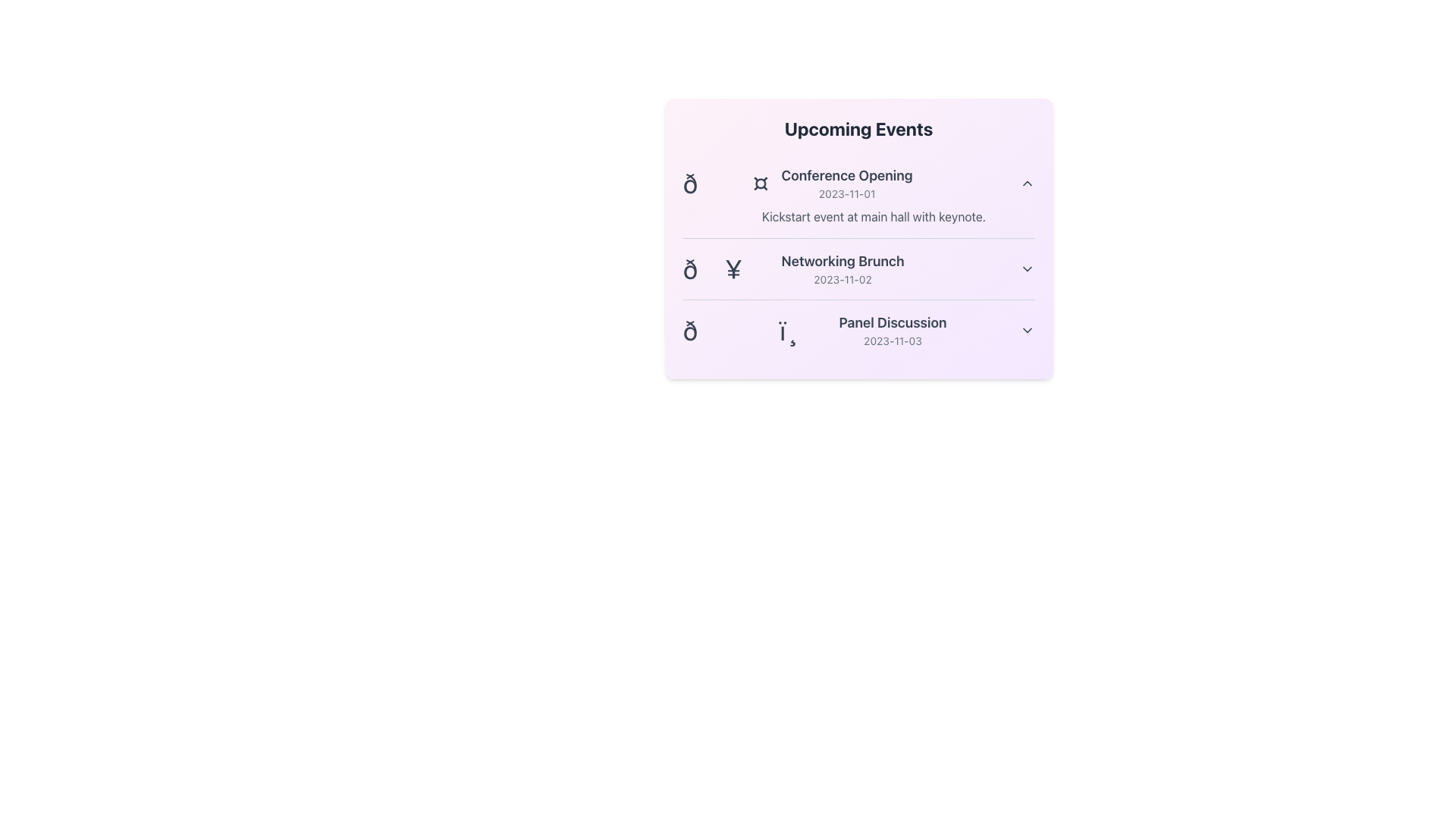 This screenshot has height=819, width=1456. I want to click on text label 'Networking Brunch' which is the second item under 'Upcoming Events', styled in bold and larger text size, so click(842, 260).